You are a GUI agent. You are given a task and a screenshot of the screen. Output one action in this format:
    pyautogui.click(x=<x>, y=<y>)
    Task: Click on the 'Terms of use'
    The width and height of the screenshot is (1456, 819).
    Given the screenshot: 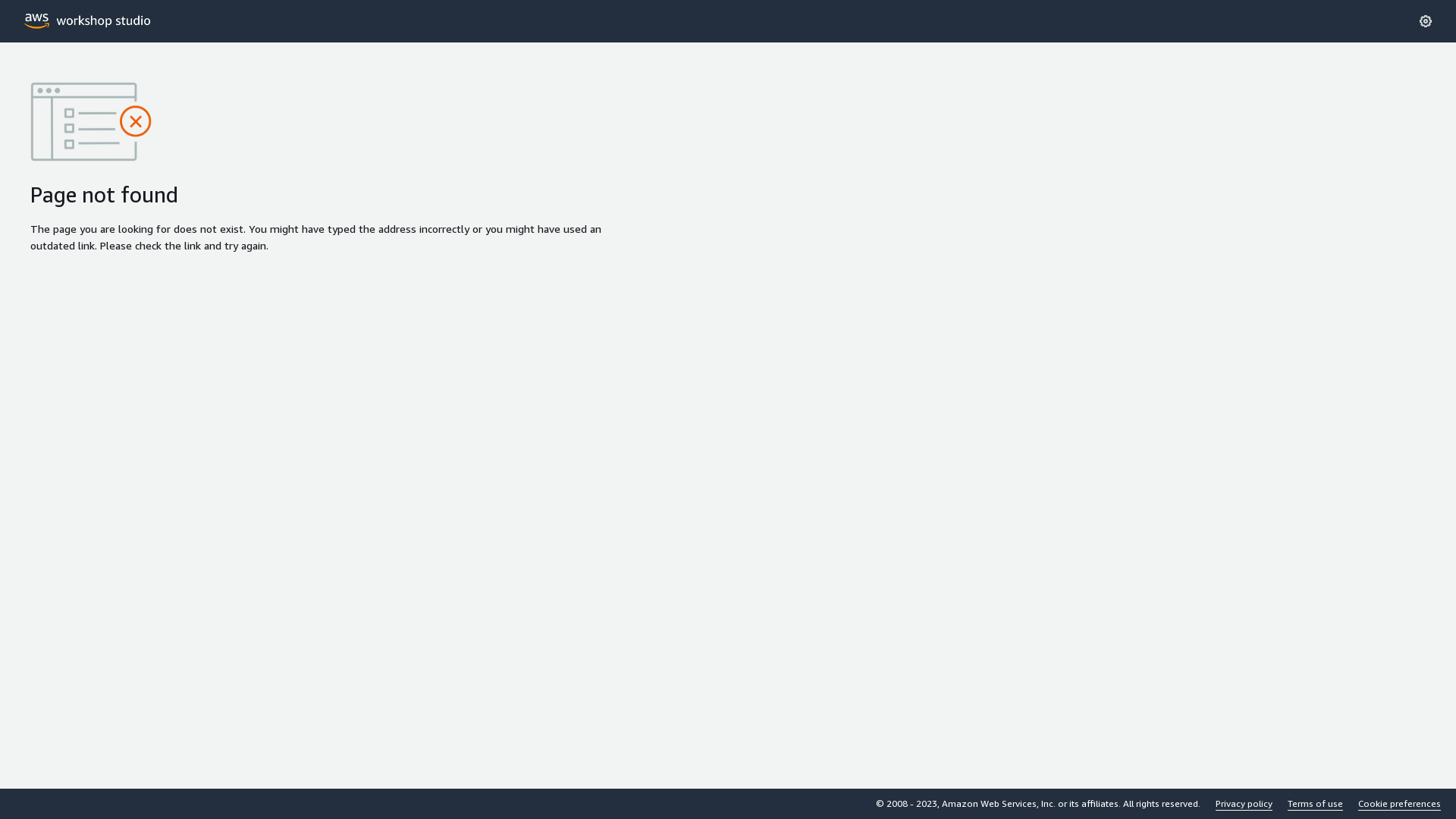 What is the action you would take?
    pyautogui.click(x=1314, y=803)
    